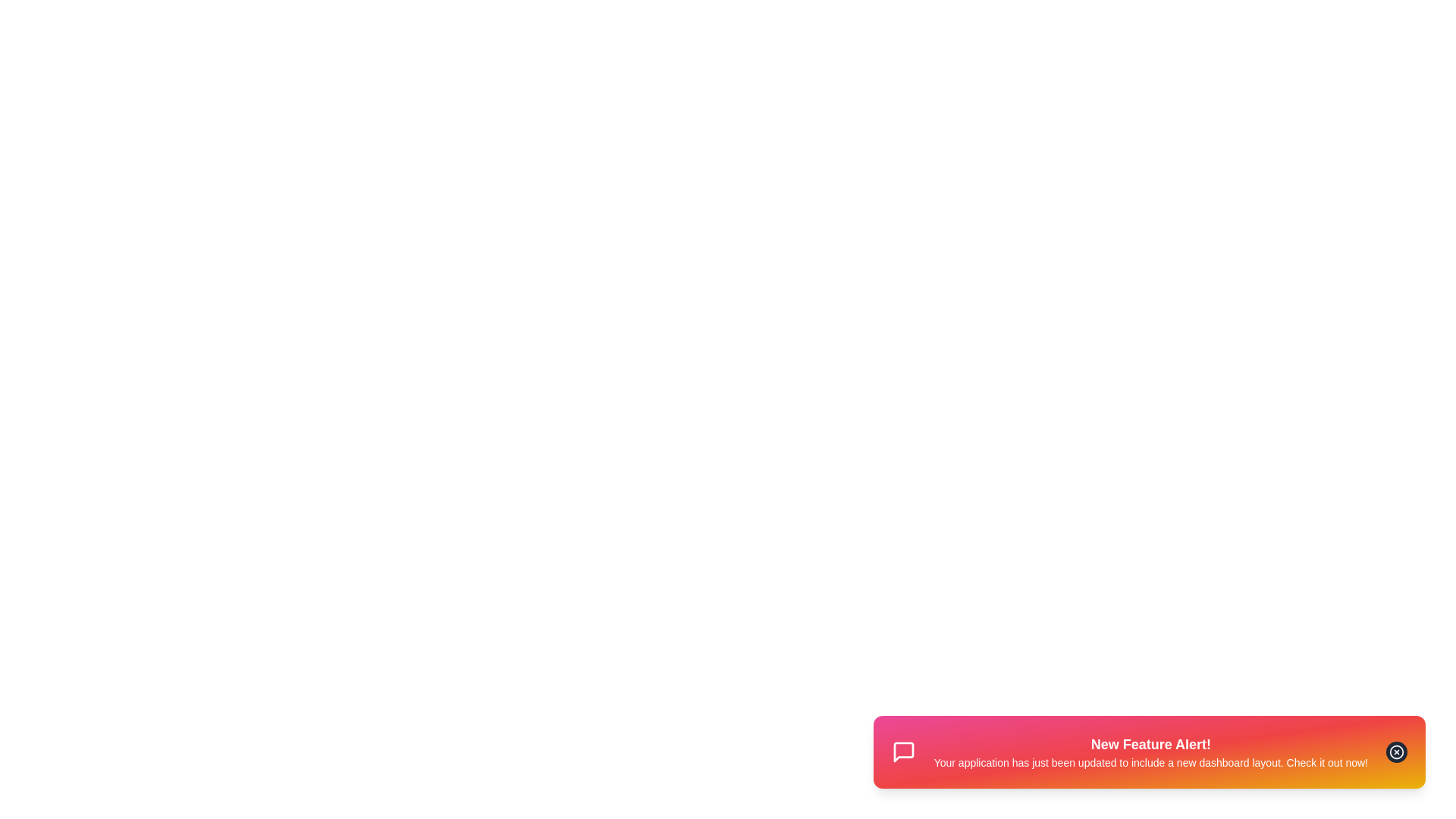 The width and height of the screenshot is (1456, 819). What do you see at coordinates (1150, 752) in the screenshot?
I see `the text area to select it` at bounding box center [1150, 752].